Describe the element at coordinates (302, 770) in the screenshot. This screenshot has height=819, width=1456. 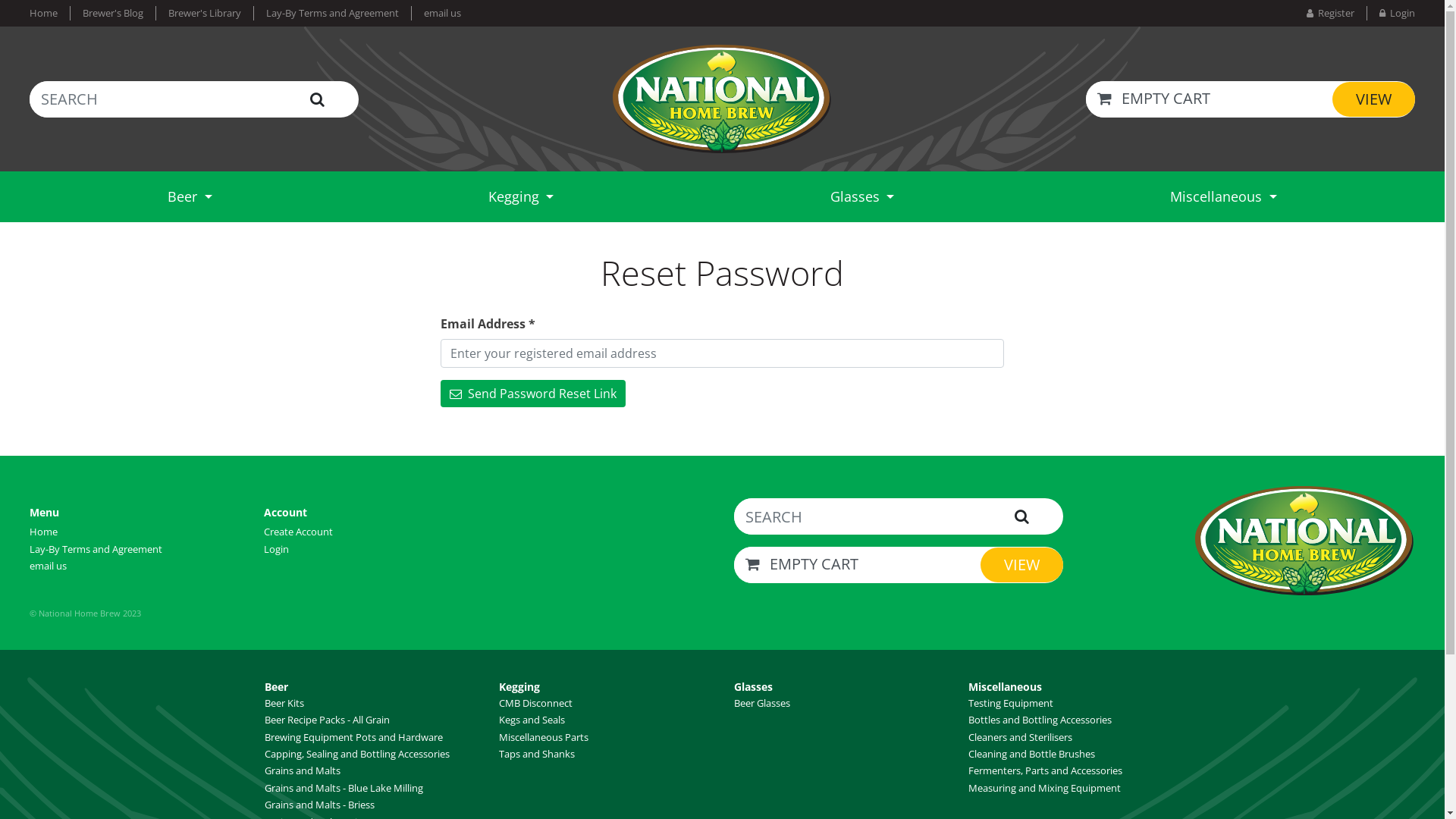
I see `'Grains and Malts'` at that location.